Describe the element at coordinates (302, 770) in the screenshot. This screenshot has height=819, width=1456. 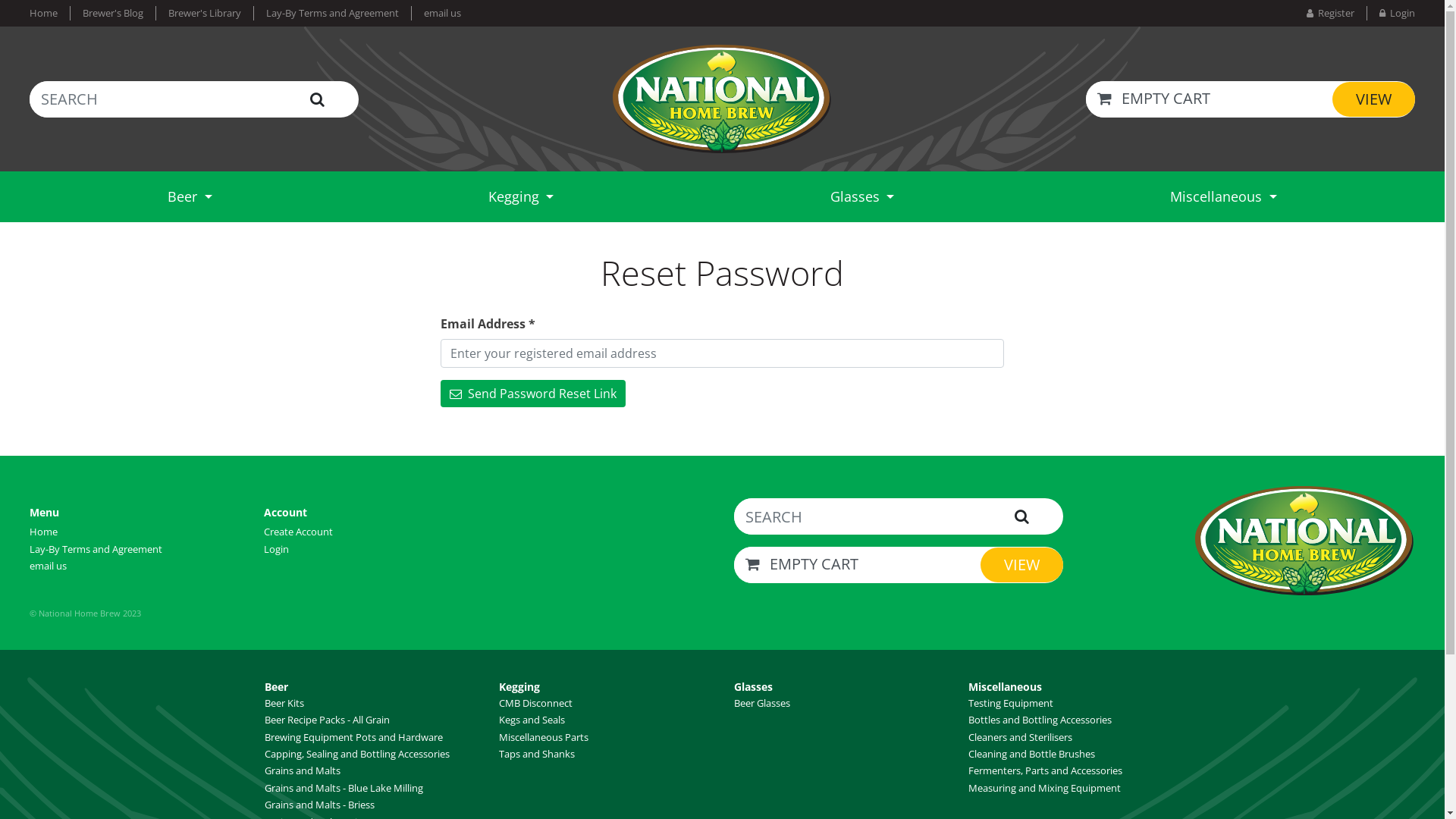
I see `'Grains and Malts'` at that location.